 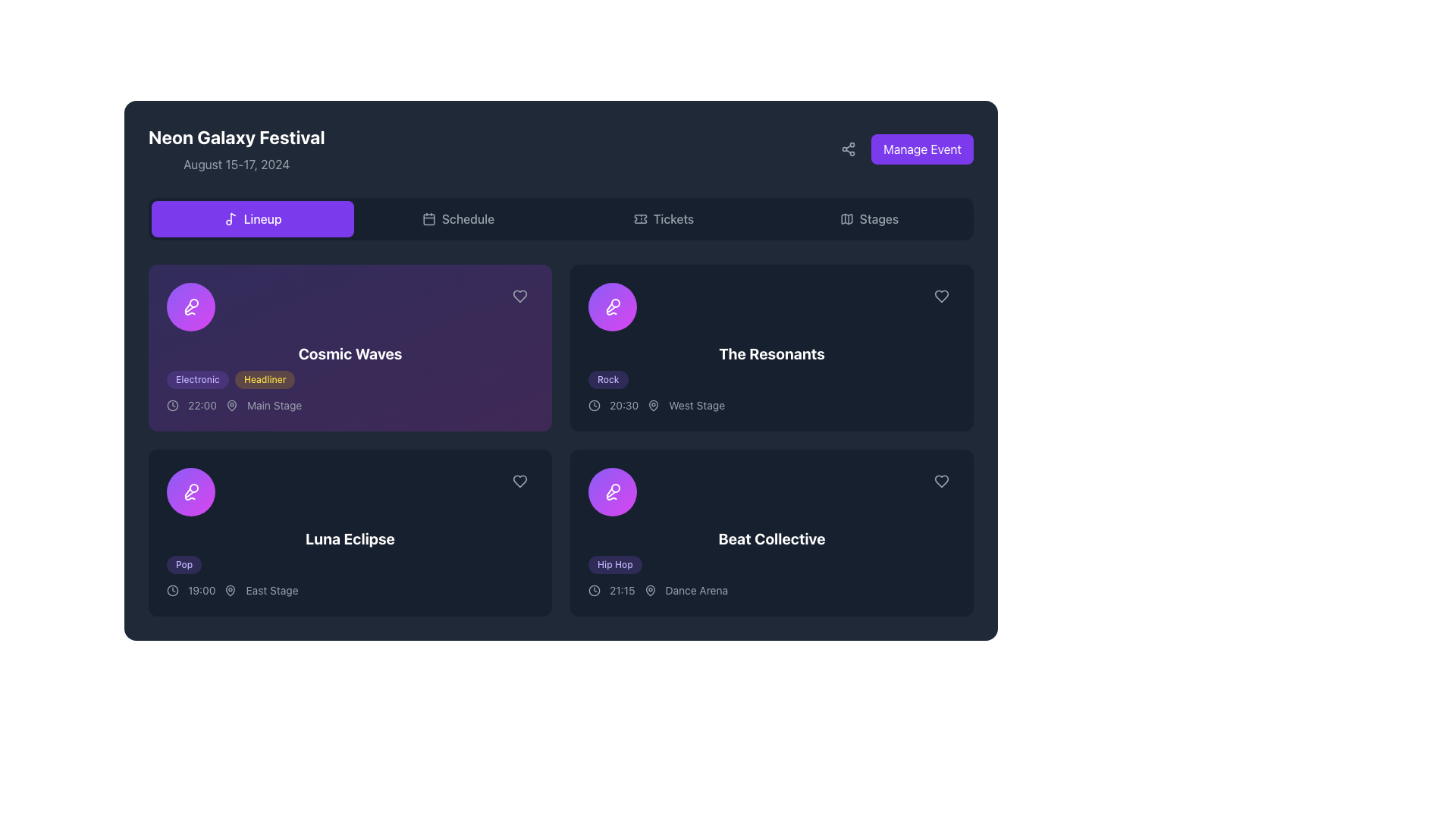 What do you see at coordinates (467, 219) in the screenshot?
I see `the text label displaying the word 'Schedule' located in the navigation bar` at bounding box center [467, 219].